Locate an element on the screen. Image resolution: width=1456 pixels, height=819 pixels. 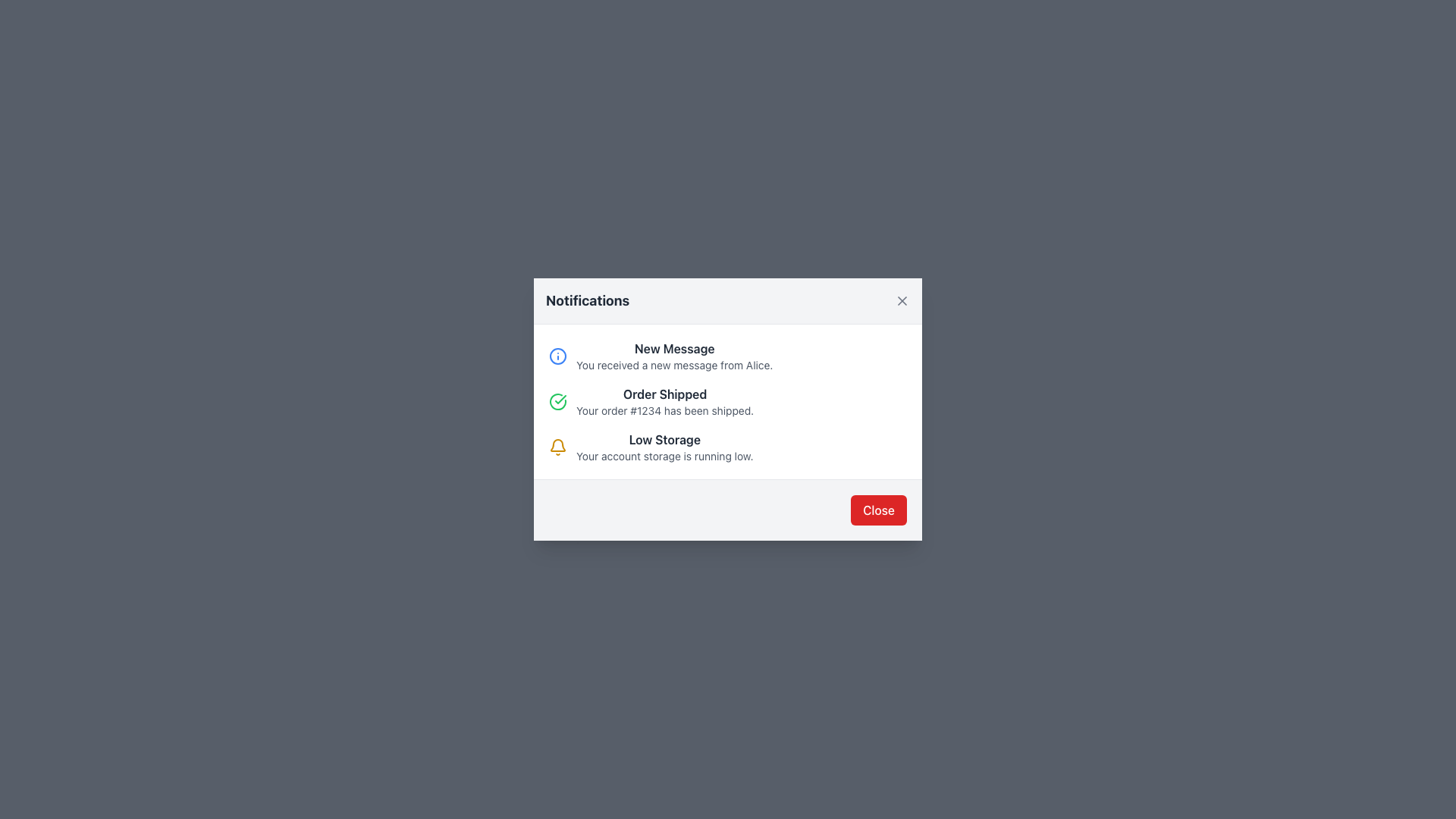
the close button, which is a small light gray 'X' icon located at the top right corner of the 'Notifications' modal window is located at coordinates (902, 301).